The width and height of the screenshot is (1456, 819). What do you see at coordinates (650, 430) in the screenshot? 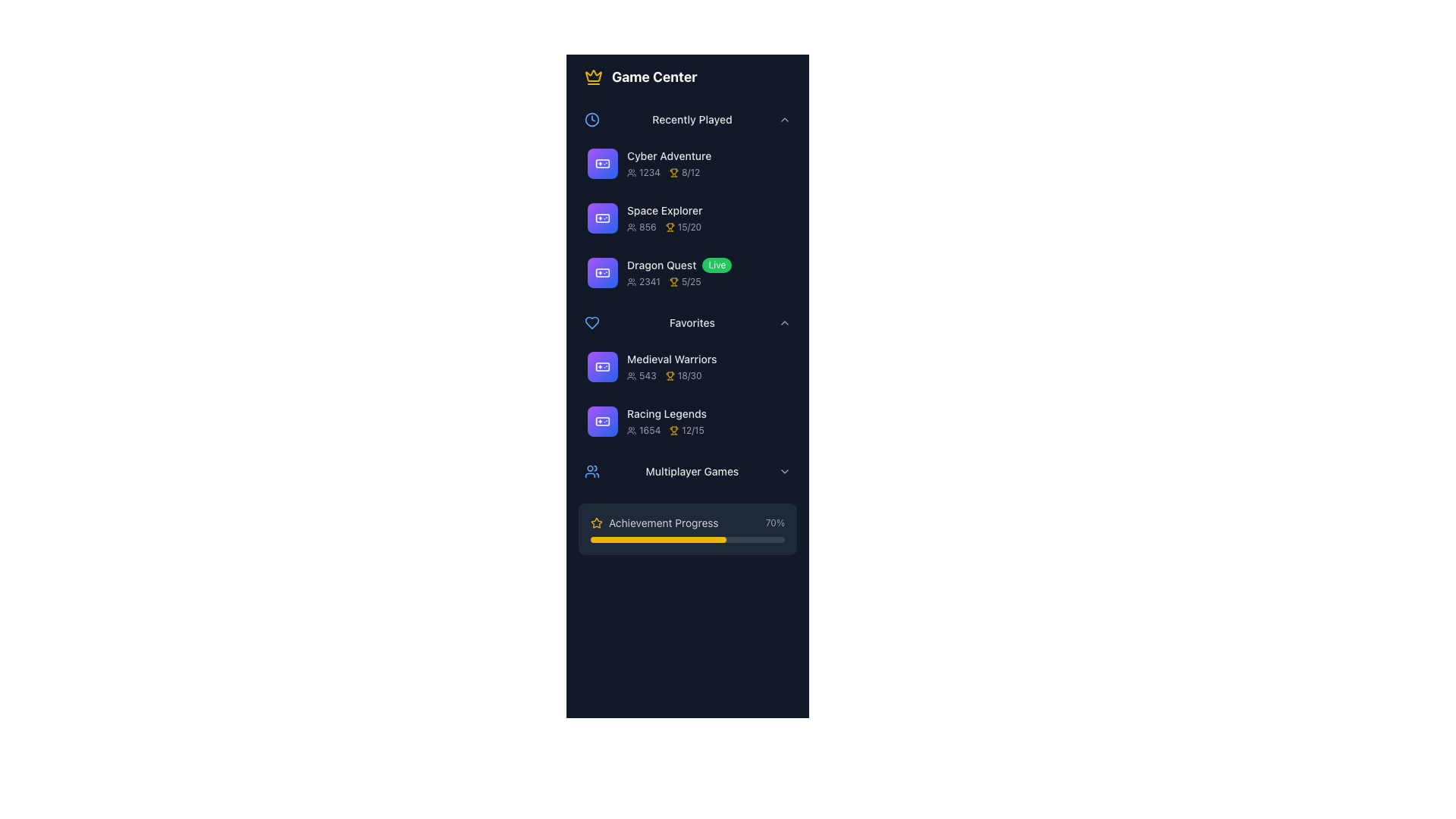
I see `the text displaying the number '1654' styled in a small gray font, located to the right of the user icon under the 'Racing Legends' item in the Favorites section` at bounding box center [650, 430].